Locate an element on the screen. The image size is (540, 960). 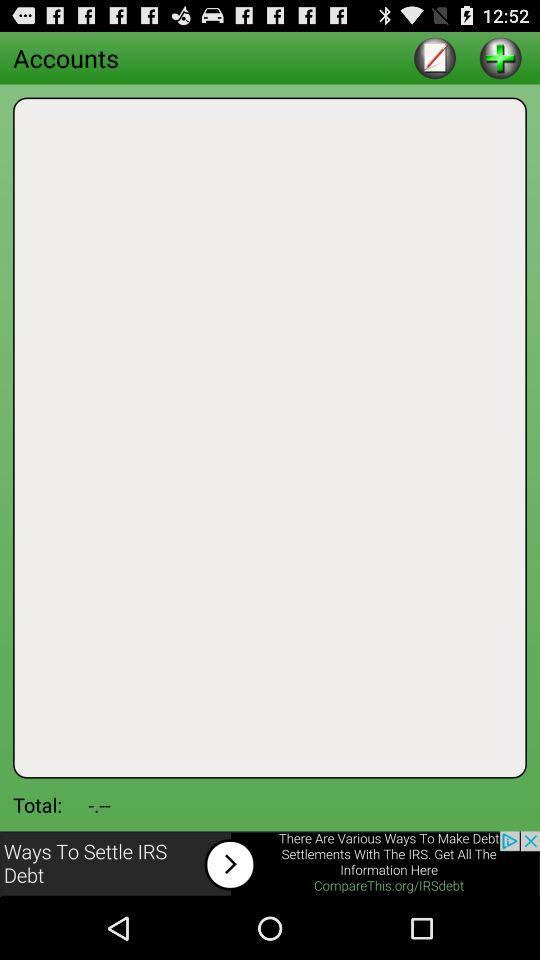
the add icon is located at coordinates (499, 61).